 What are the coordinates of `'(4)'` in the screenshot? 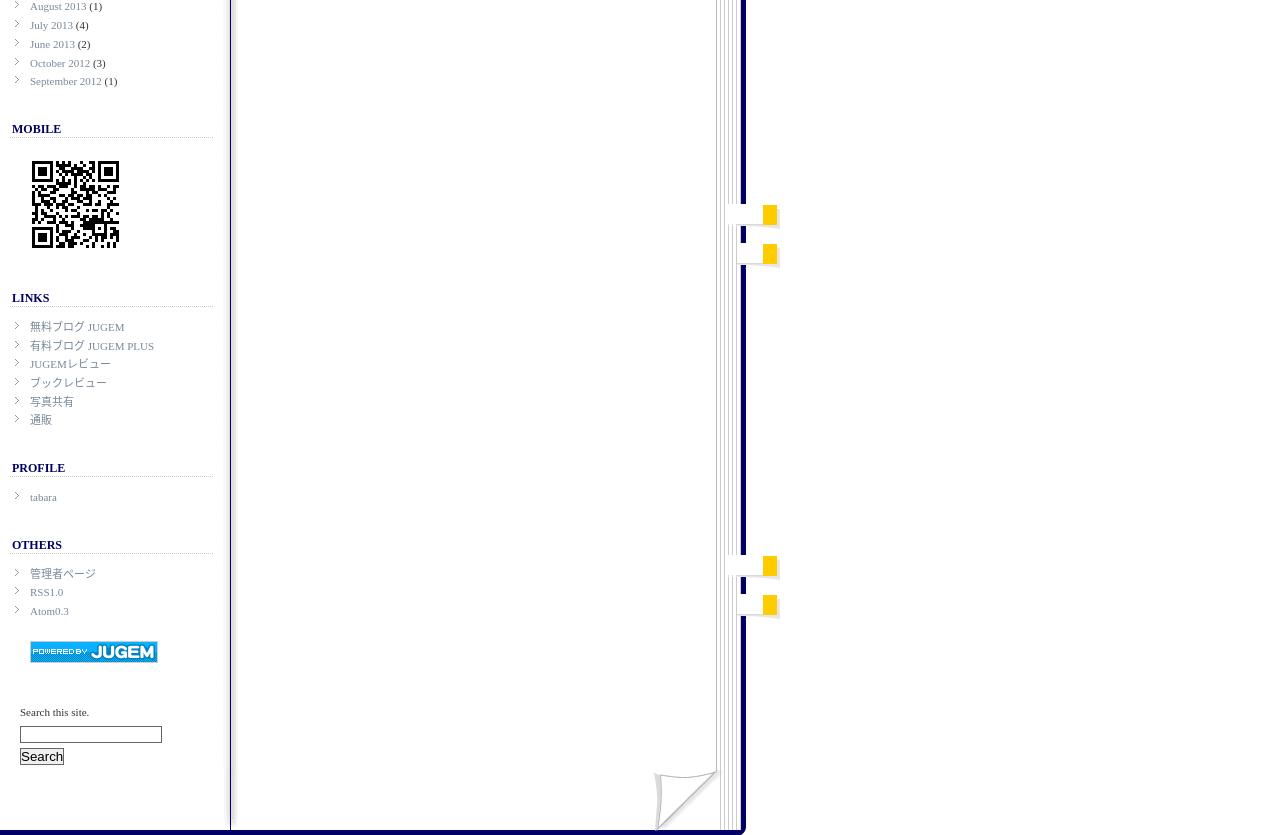 It's located at (80, 24).